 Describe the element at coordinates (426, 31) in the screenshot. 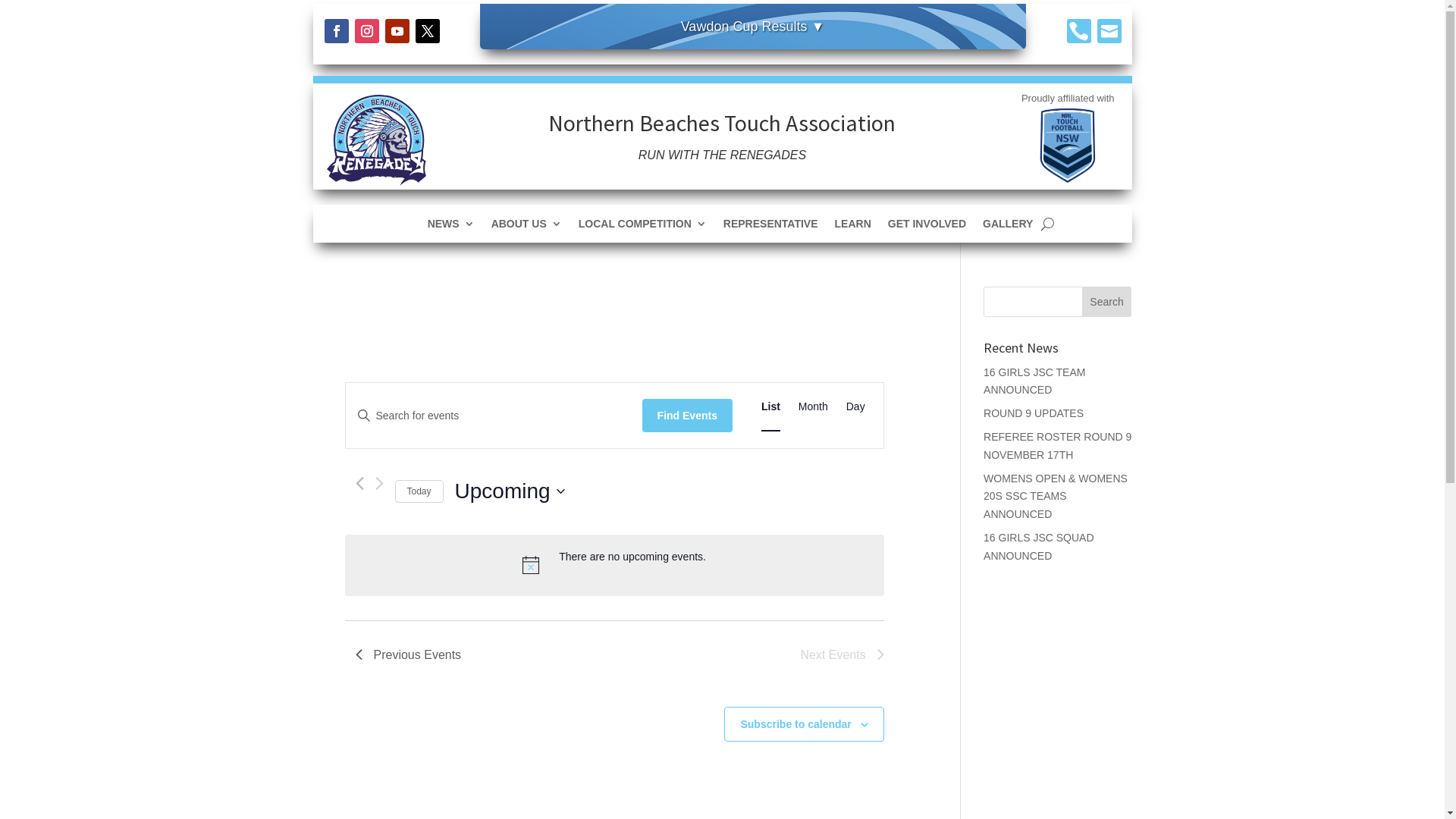

I see `'Follow on X'` at that location.